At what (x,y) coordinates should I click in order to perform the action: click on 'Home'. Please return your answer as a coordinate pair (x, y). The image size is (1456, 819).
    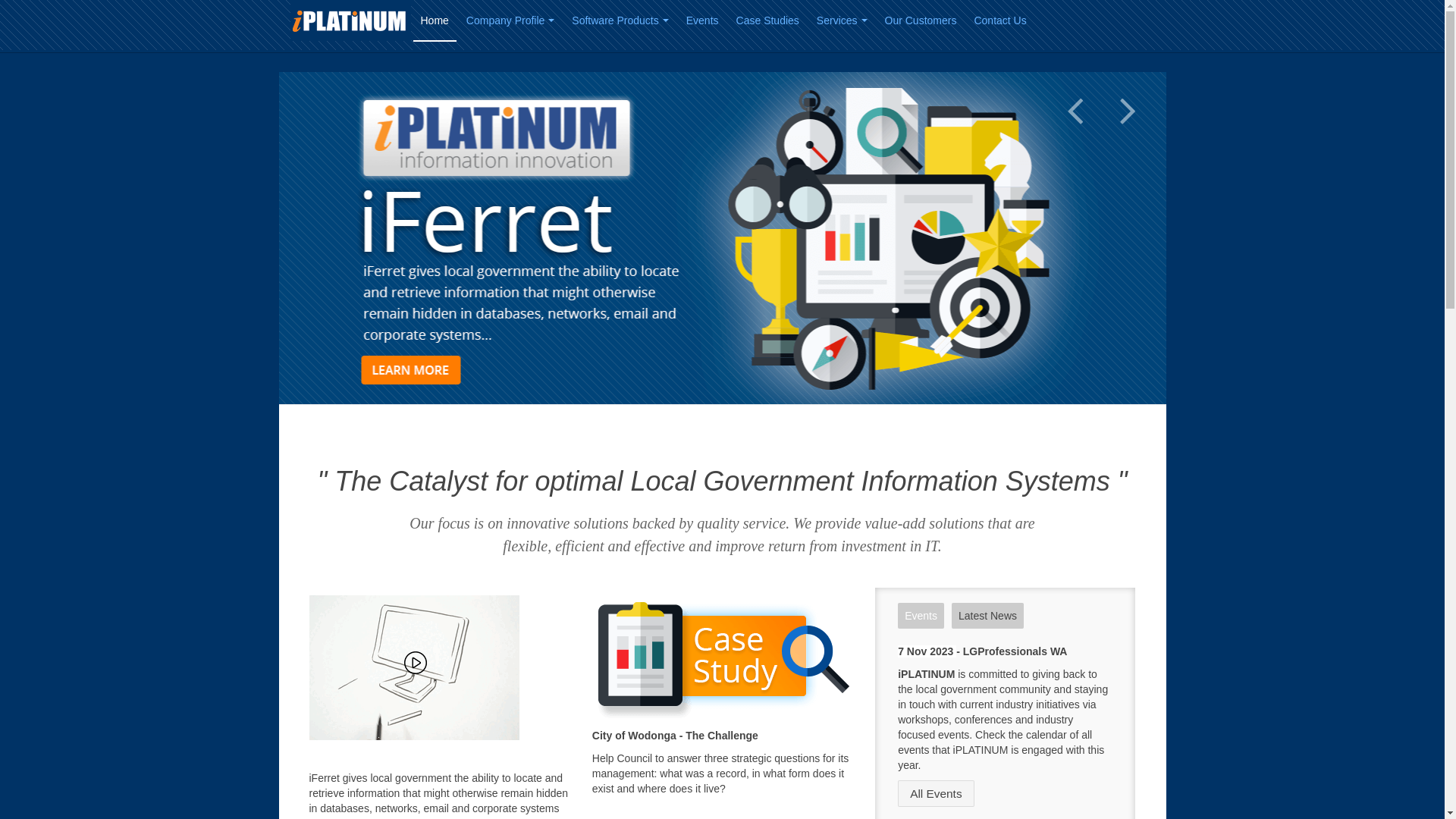
    Looking at the image, I should click on (433, 20).